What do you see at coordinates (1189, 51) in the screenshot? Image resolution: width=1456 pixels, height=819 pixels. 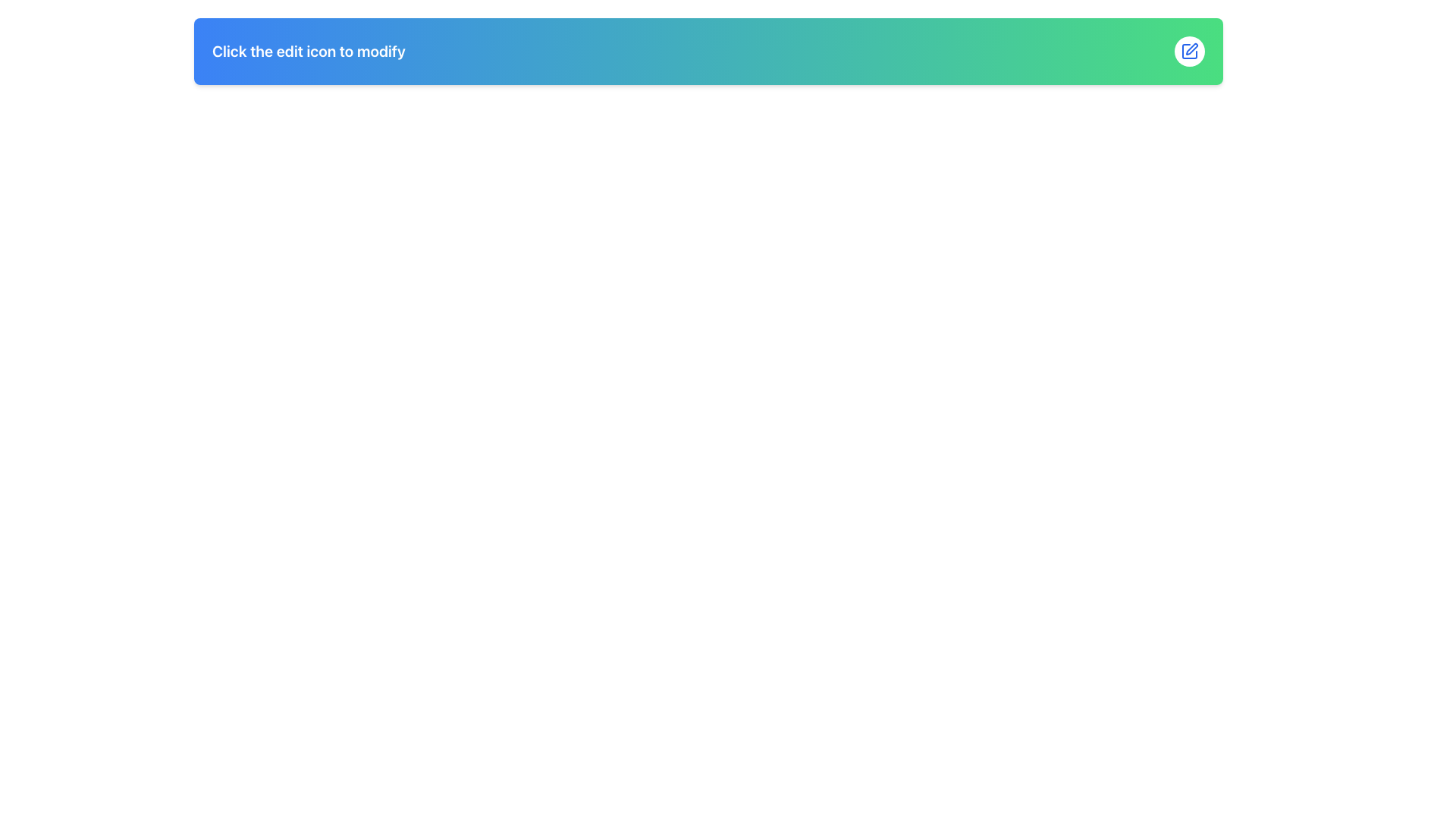 I see `the blue pen-shaped icon enclosed in a white circular background located in the top-right corner of the interface` at bounding box center [1189, 51].